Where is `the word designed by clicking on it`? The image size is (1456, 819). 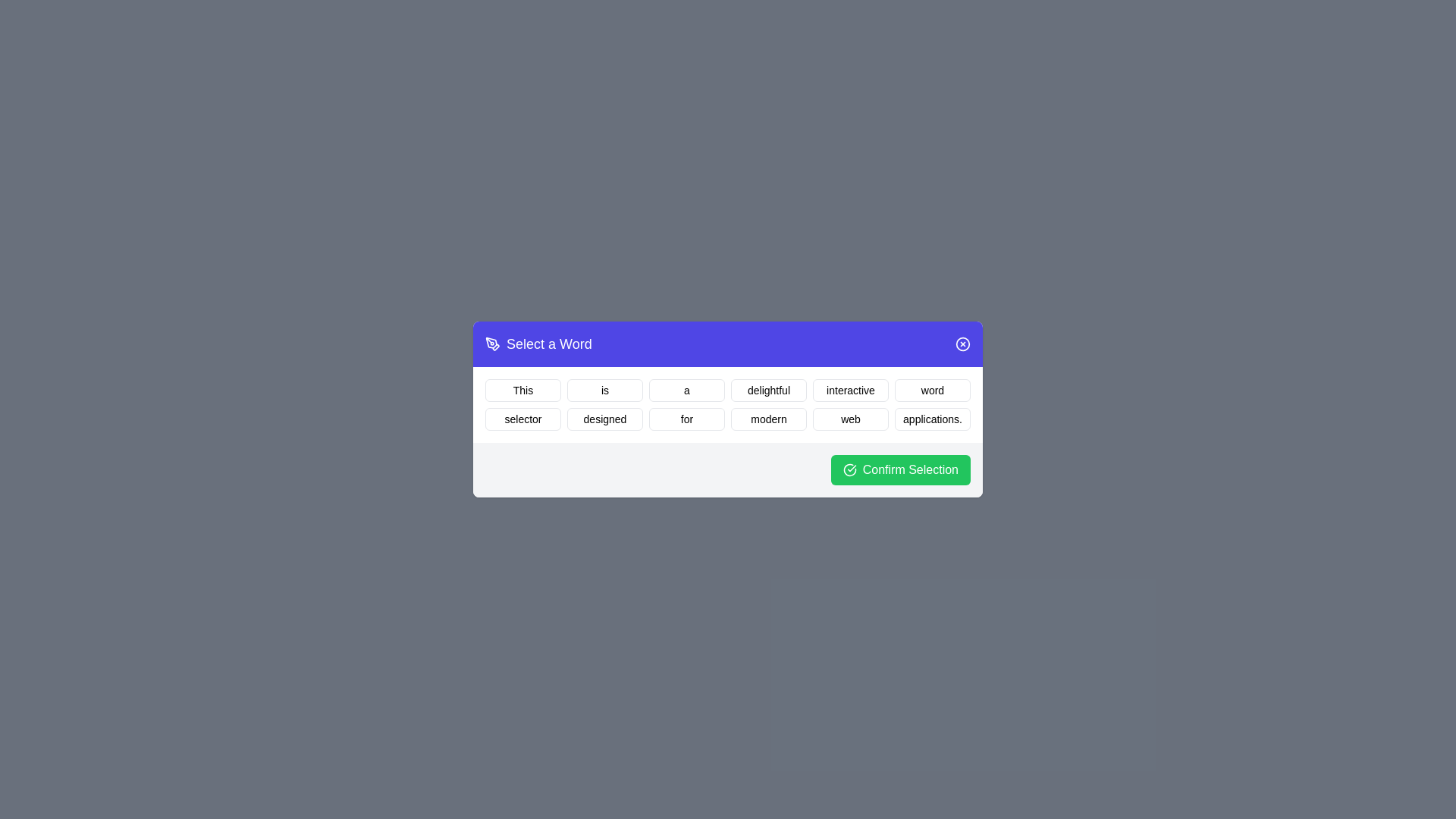 the word designed by clicking on it is located at coordinates (604, 419).